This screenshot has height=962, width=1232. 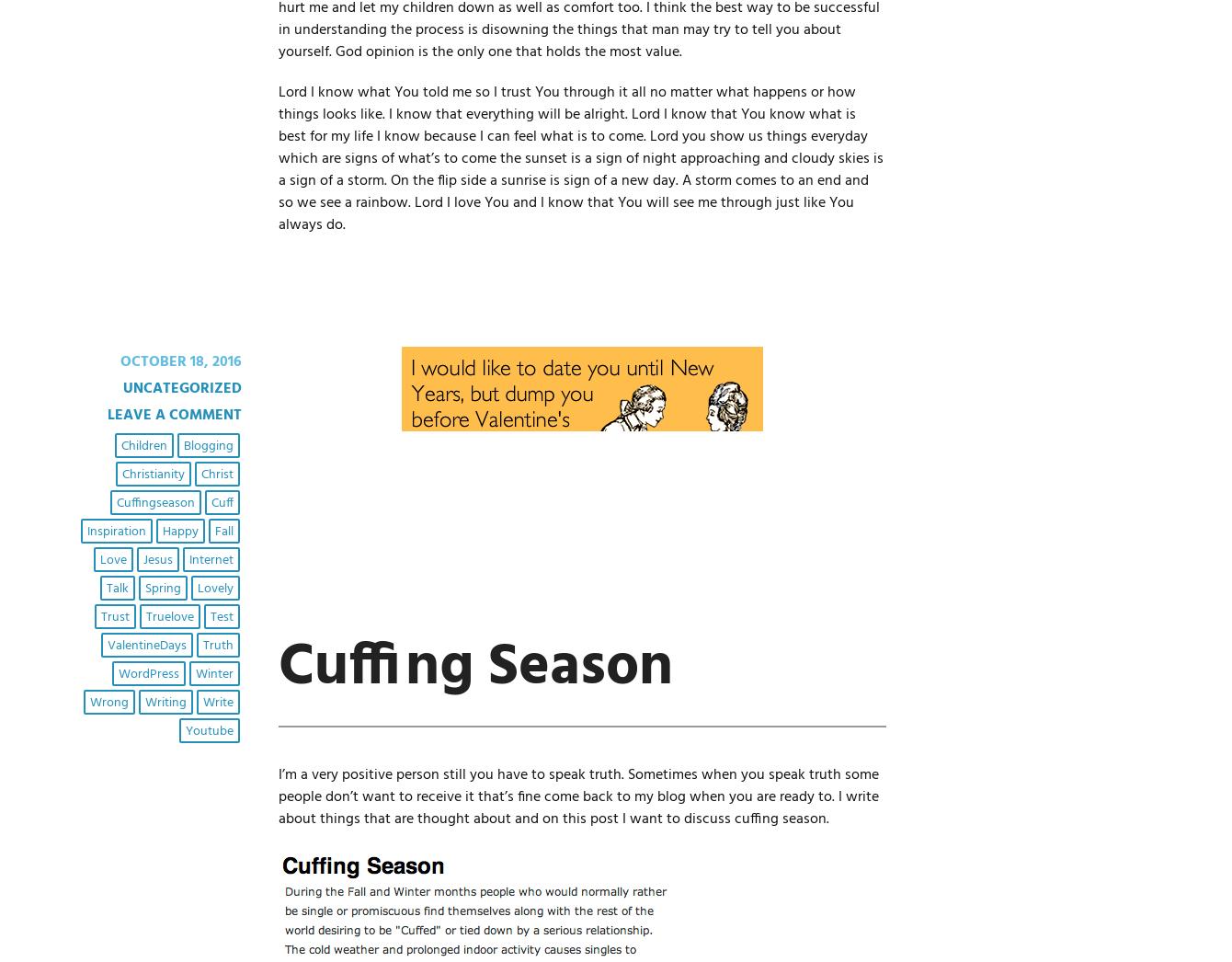 What do you see at coordinates (108, 702) in the screenshot?
I see `'wrong'` at bounding box center [108, 702].